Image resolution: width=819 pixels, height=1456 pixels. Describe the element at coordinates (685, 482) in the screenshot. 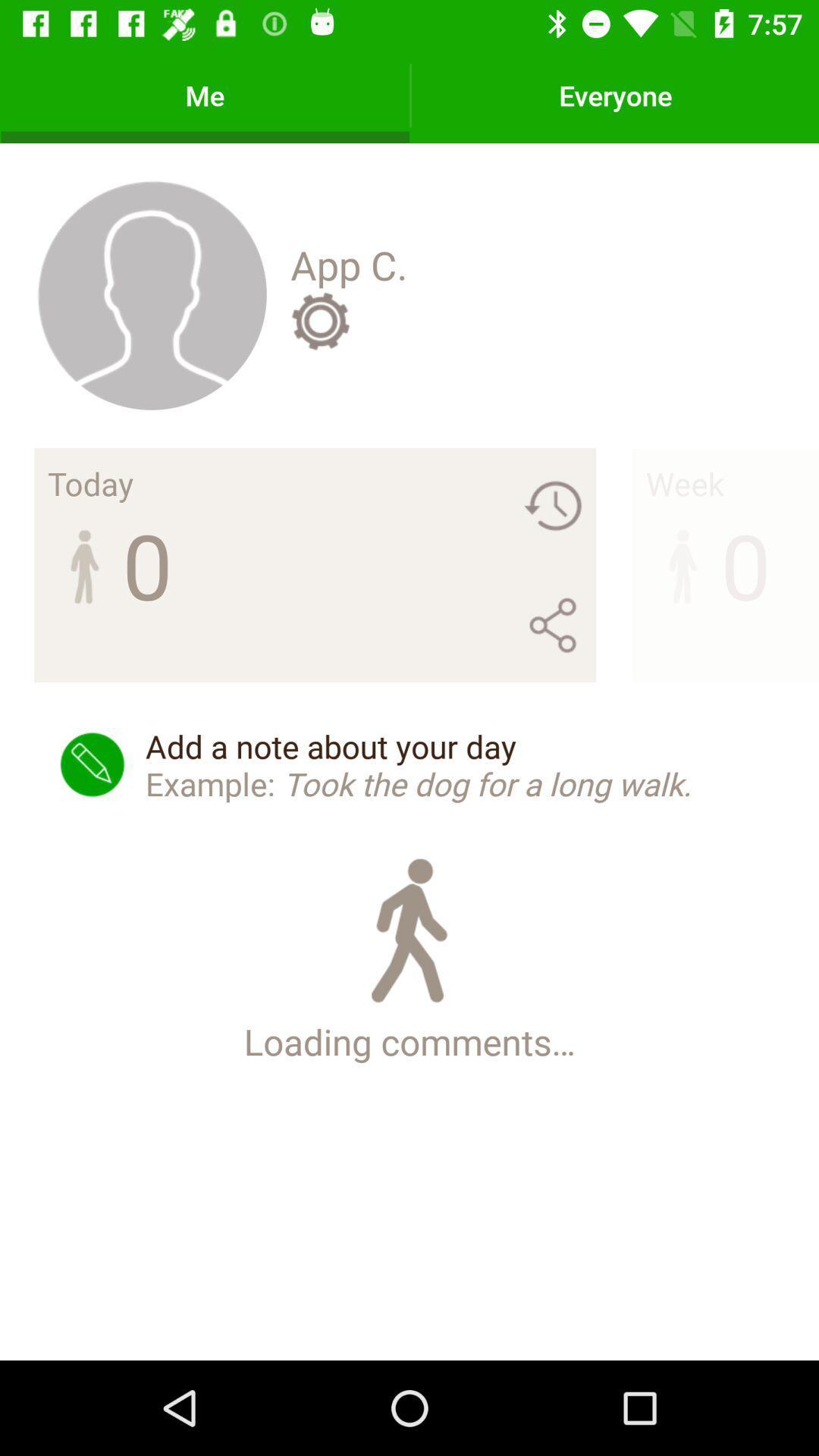

I see `the item above 0 icon` at that location.